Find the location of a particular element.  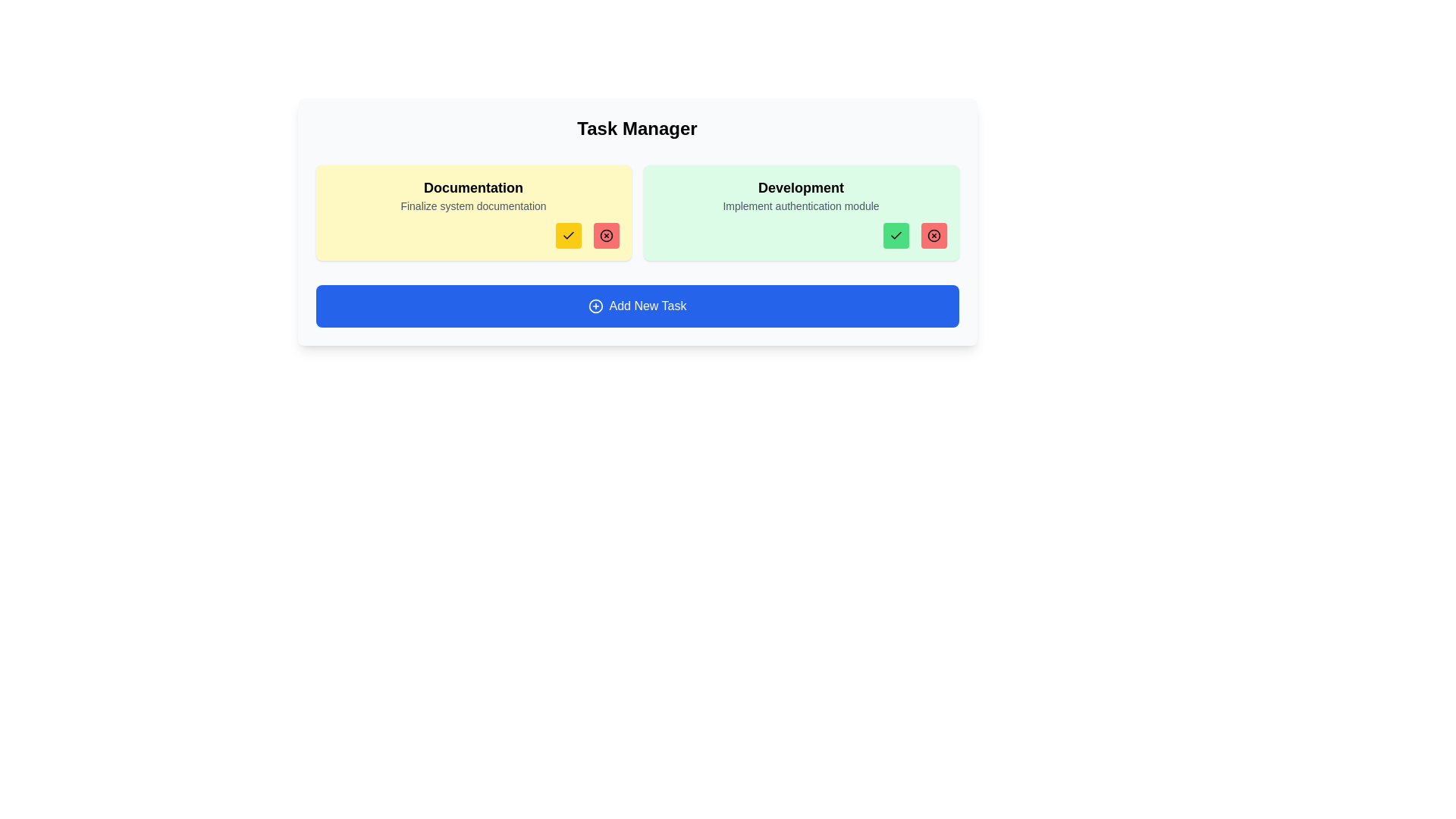

the button located at the top-right corner of the 'Development' column to approve the associated task is located at coordinates (896, 236).